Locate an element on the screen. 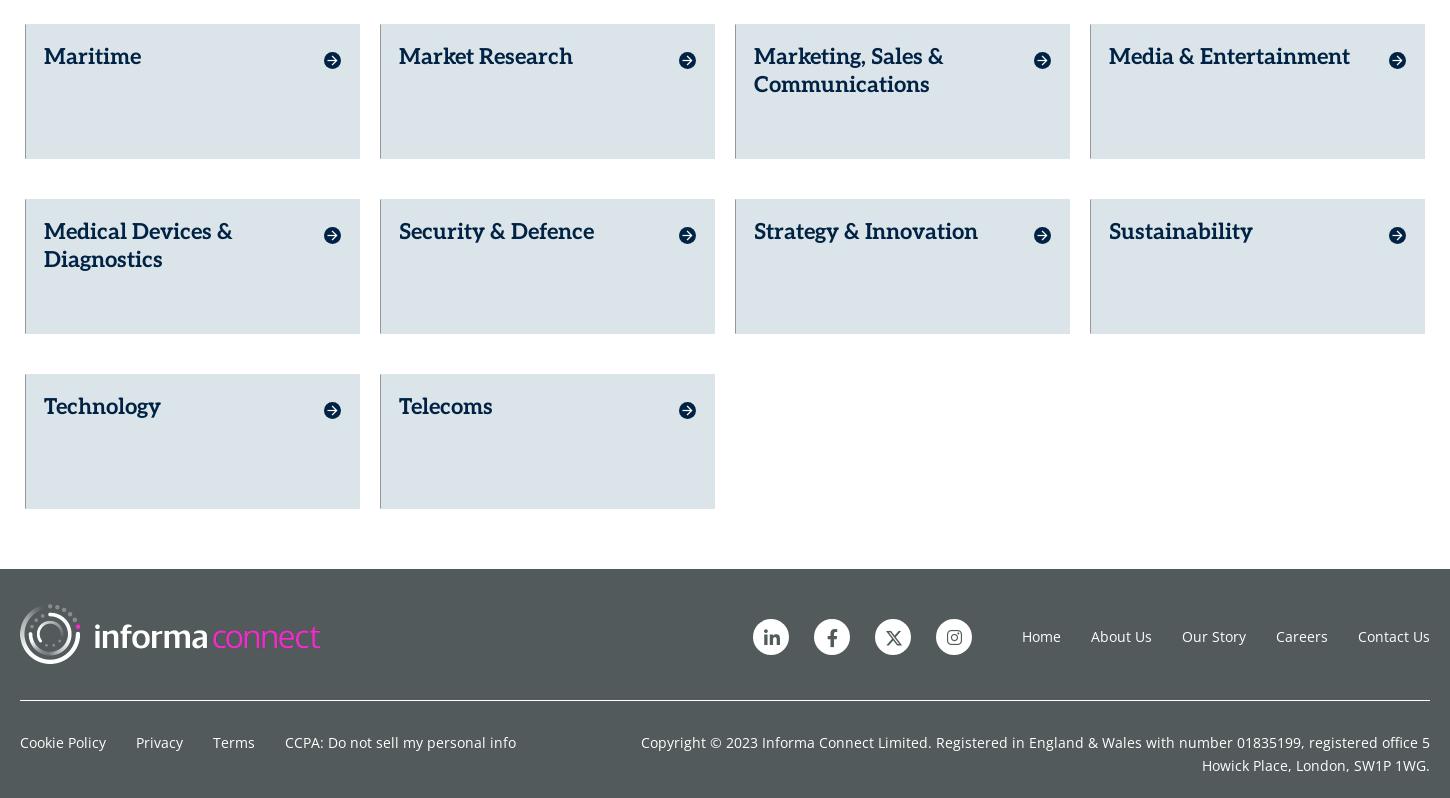 The width and height of the screenshot is (1450, 798). 'Terms' is located at coordinates (233, 733).